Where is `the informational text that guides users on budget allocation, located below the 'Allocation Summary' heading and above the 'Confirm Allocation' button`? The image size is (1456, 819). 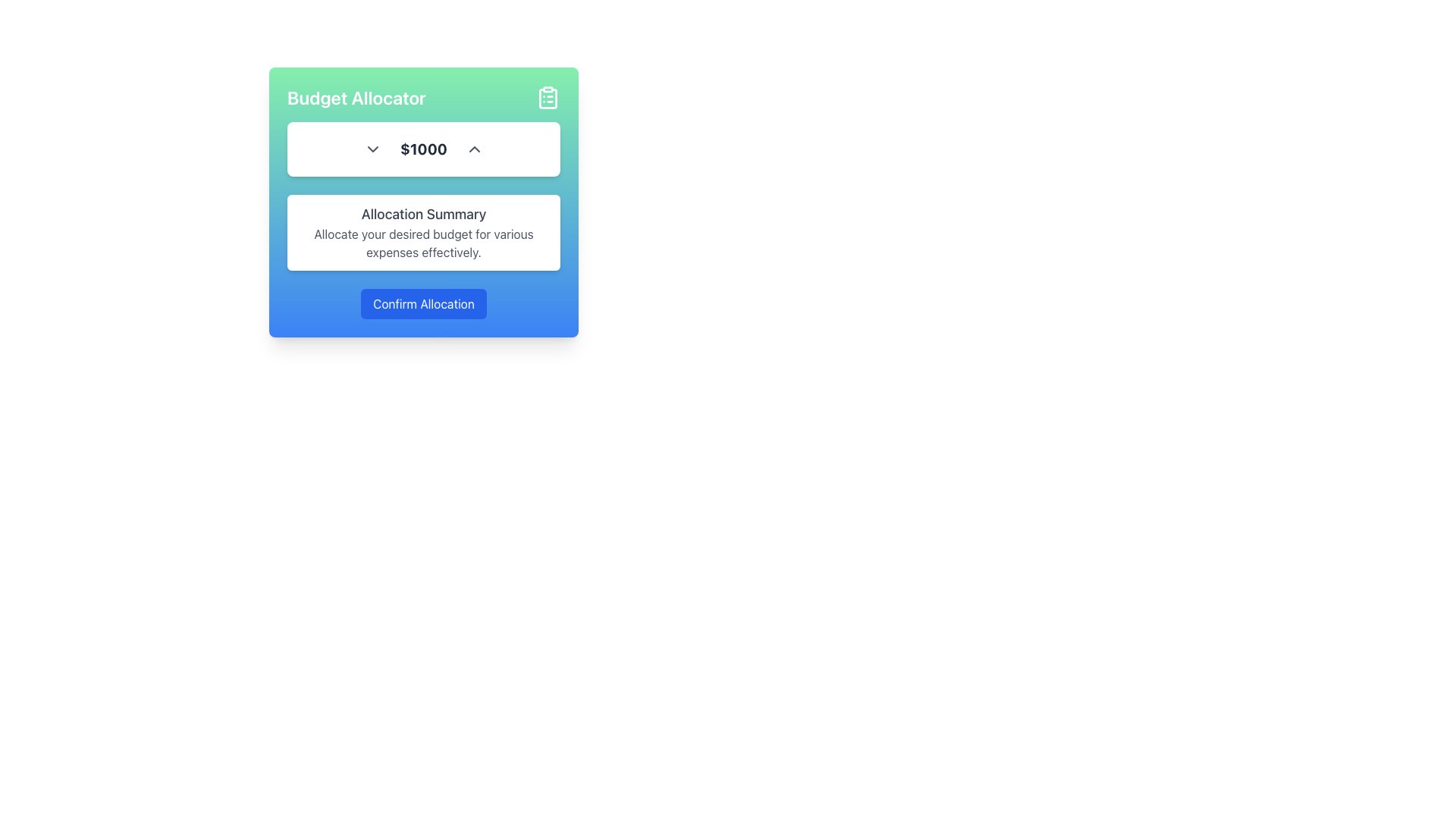 the informational text that guides users on budget allocation, located below the 'Allocation Summary' heading and above the 'Confirm Allocation' button is located at coordinates (423, 242).